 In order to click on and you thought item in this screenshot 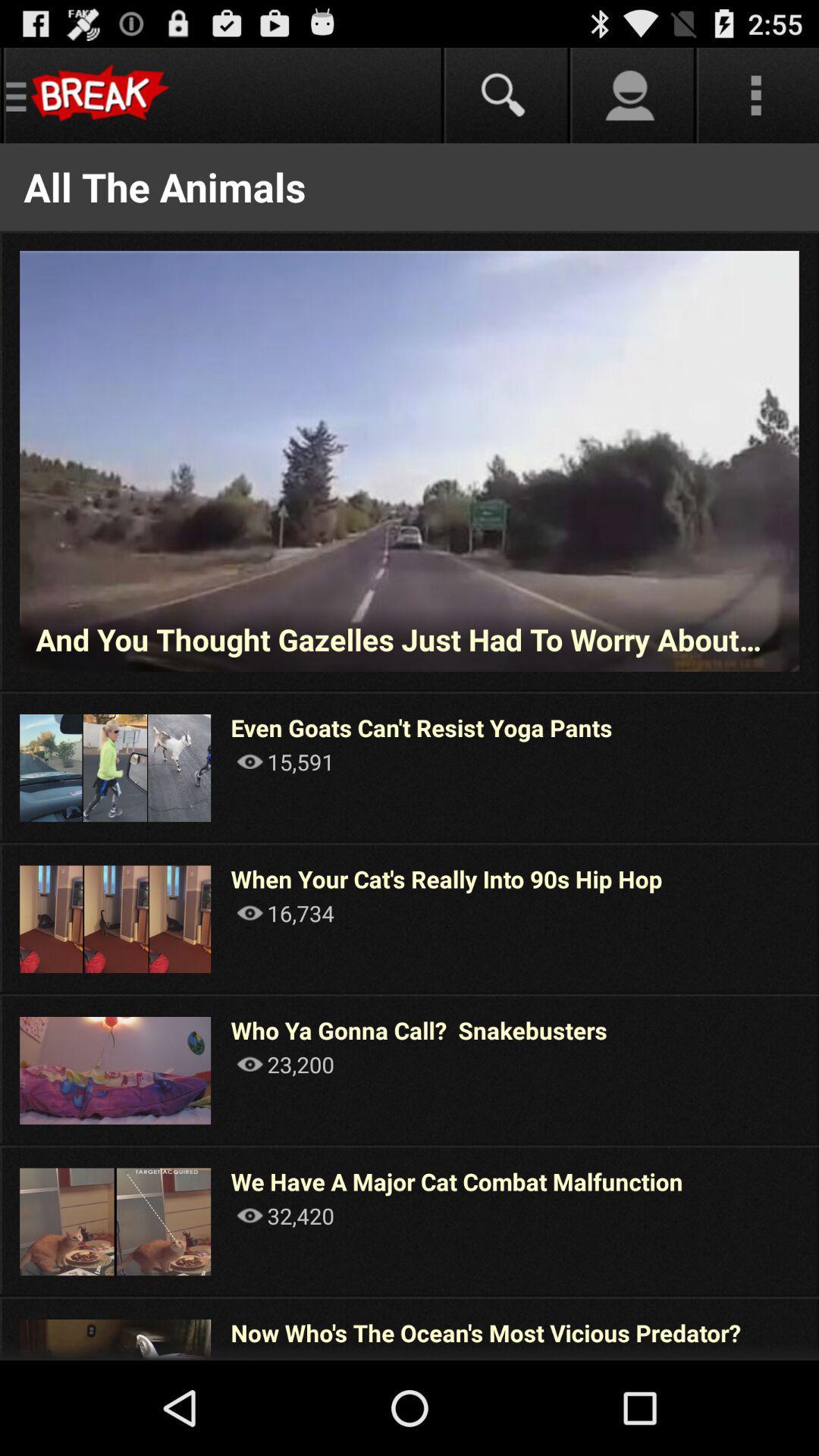, I will do `click(409, 639)`.